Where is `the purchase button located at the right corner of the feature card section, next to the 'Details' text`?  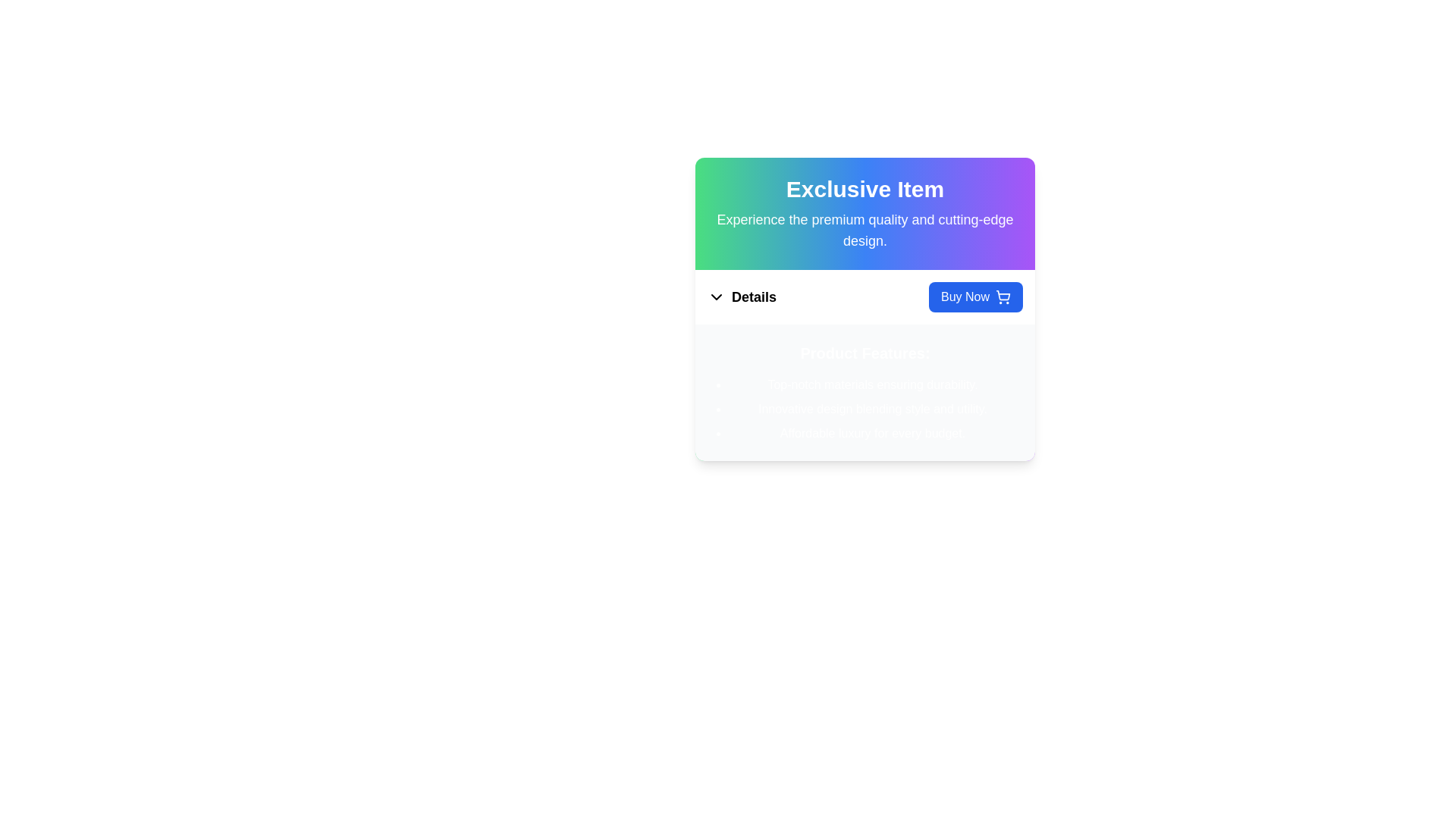 the purchase button located at the right corner of the feature card section, next to the 'Details' text is located at coordinates (975, 297).